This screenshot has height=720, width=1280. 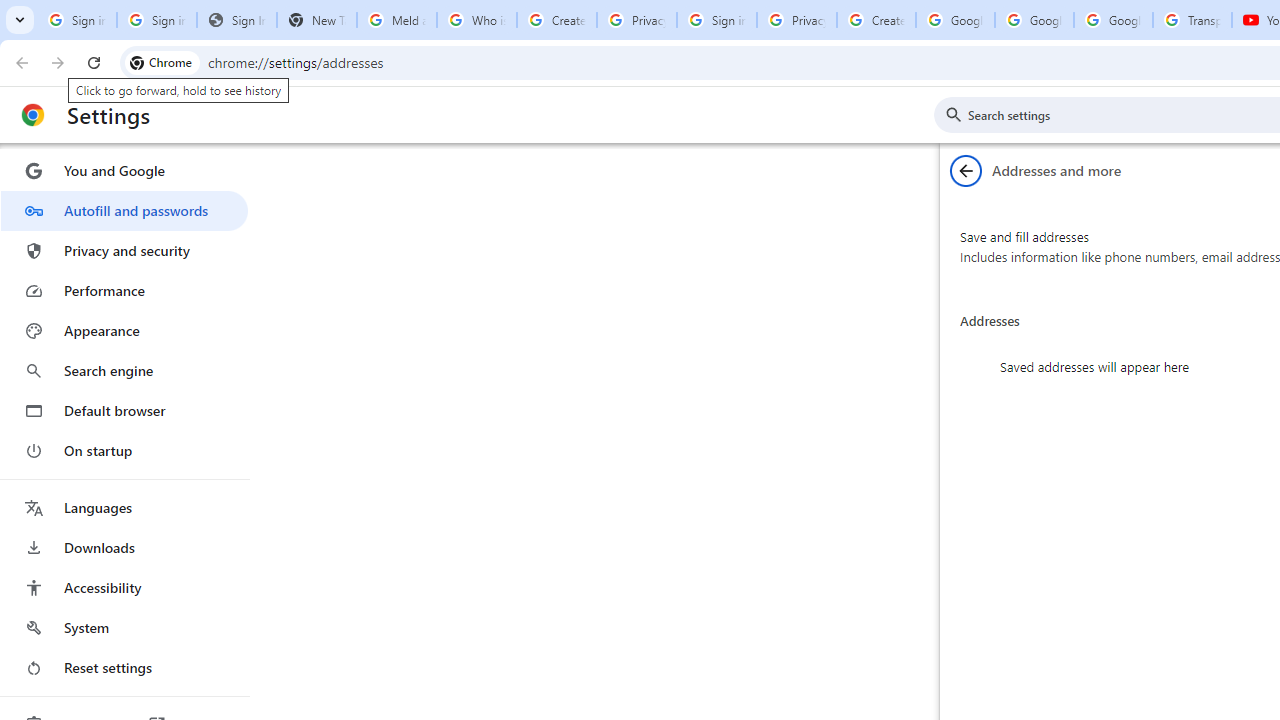 I want to click on 'You and Google', so click(x=123, y=170).